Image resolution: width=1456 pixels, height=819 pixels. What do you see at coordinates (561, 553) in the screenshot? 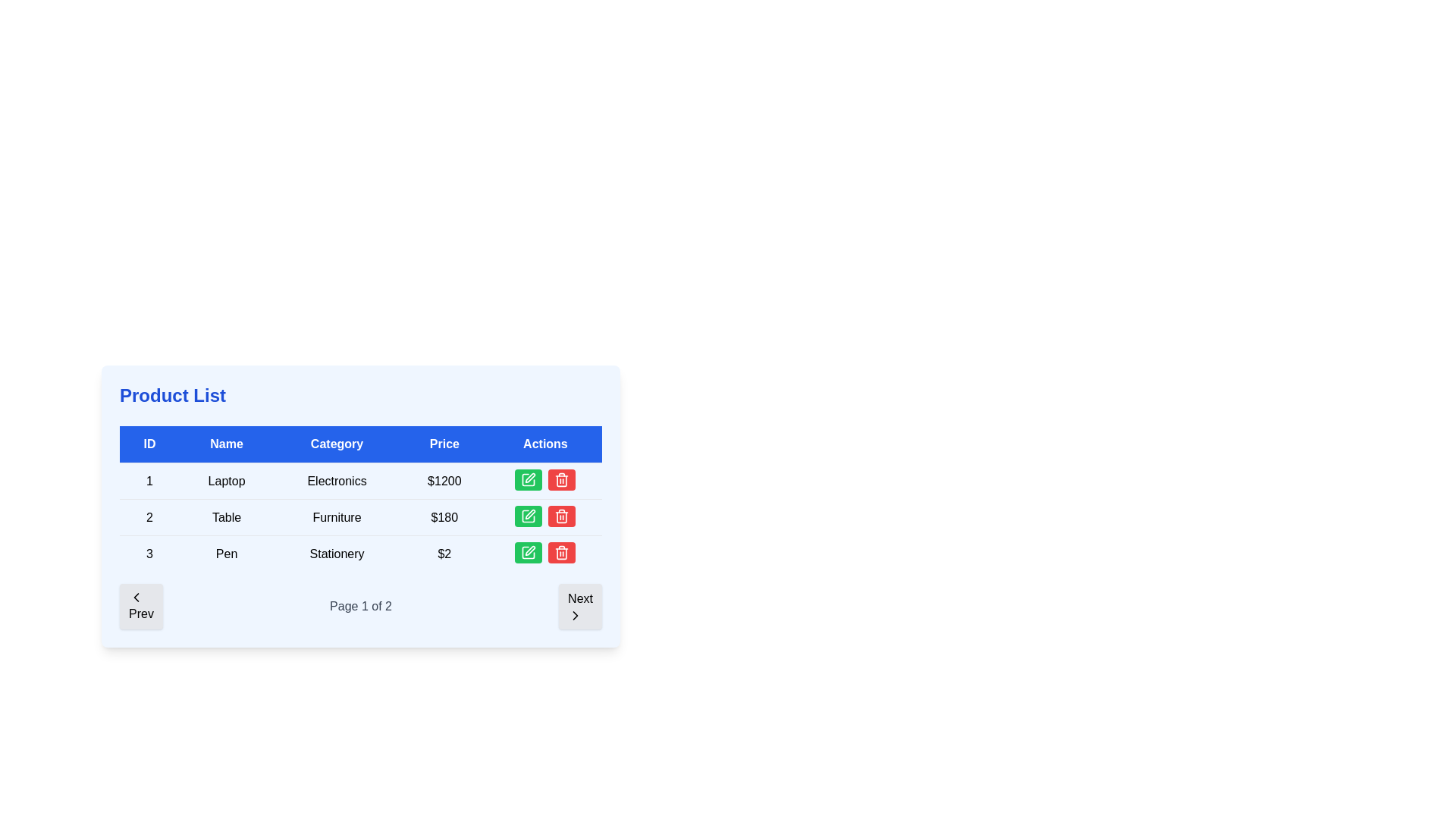
I see `the delete icon in the 'Actions' column corresponding to the row labeled '3 Pen Stationery $2'` at bounding box center [561, 553].